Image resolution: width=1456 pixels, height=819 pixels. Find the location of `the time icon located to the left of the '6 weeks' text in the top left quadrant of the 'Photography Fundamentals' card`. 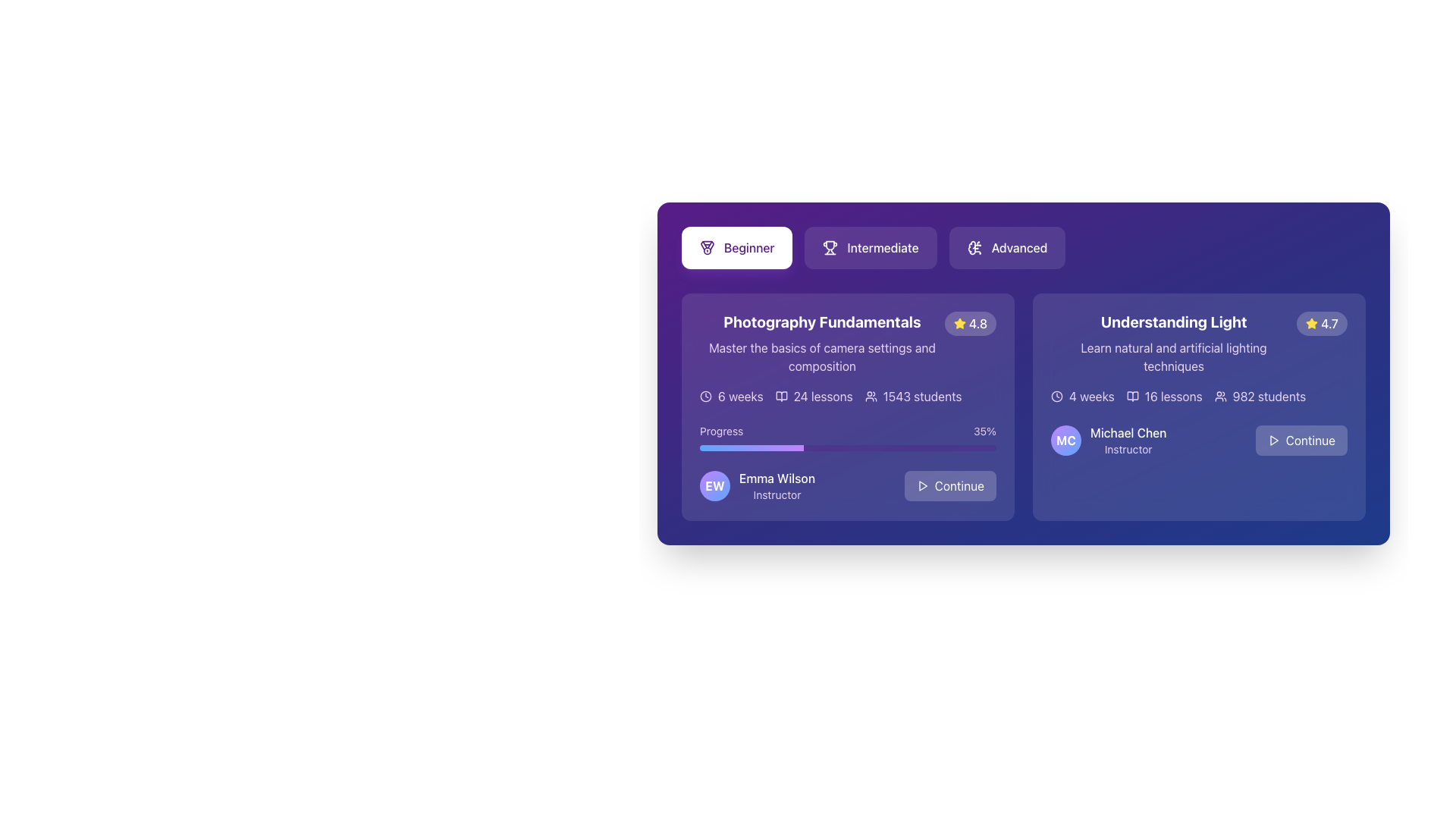

the time icon located to the left of the '6 weeks' text in the top left quadrant of the 'Photography Fundamentals' card is located at coordinates (705, 396).